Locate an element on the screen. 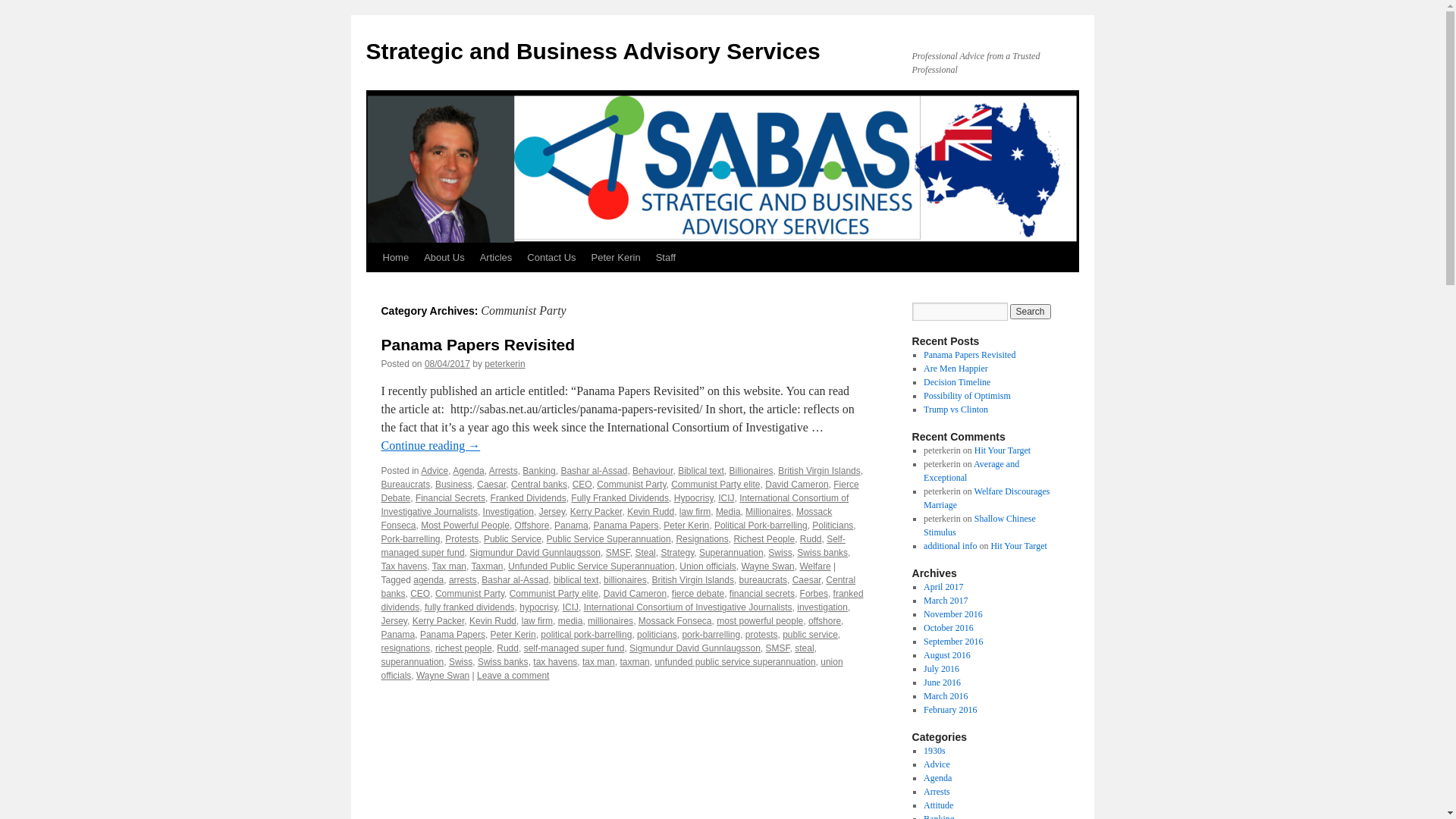 This screenshot has height=819, width=1456. 'Agenda' is located at coordinates (467, 470).